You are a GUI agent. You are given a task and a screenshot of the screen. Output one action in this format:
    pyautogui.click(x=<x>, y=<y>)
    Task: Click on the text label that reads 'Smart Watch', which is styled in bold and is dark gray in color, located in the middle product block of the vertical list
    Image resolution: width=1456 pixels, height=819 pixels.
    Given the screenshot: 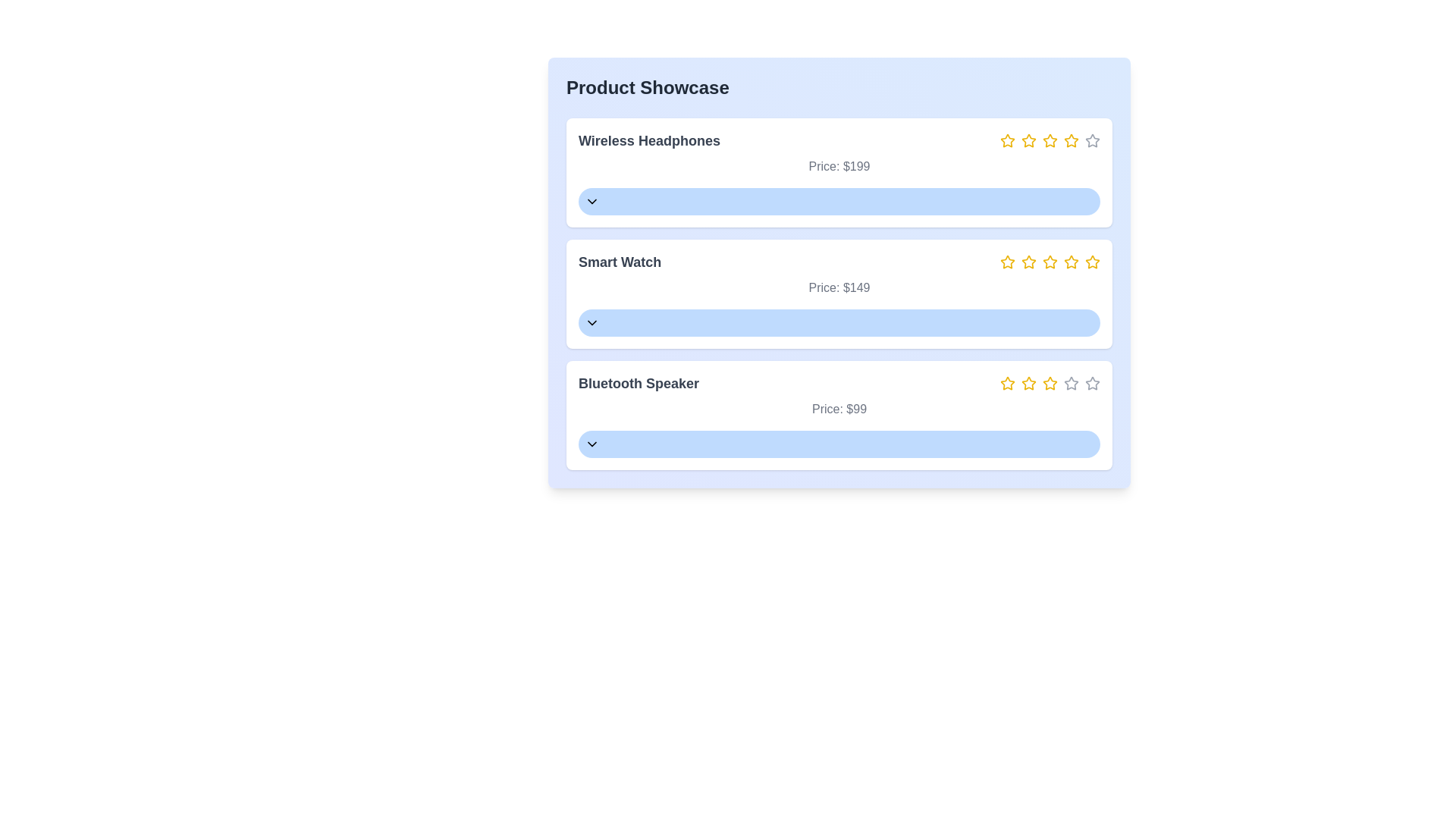 What is the action you would take?
    pyautogui.click(x=620, y=262)
    